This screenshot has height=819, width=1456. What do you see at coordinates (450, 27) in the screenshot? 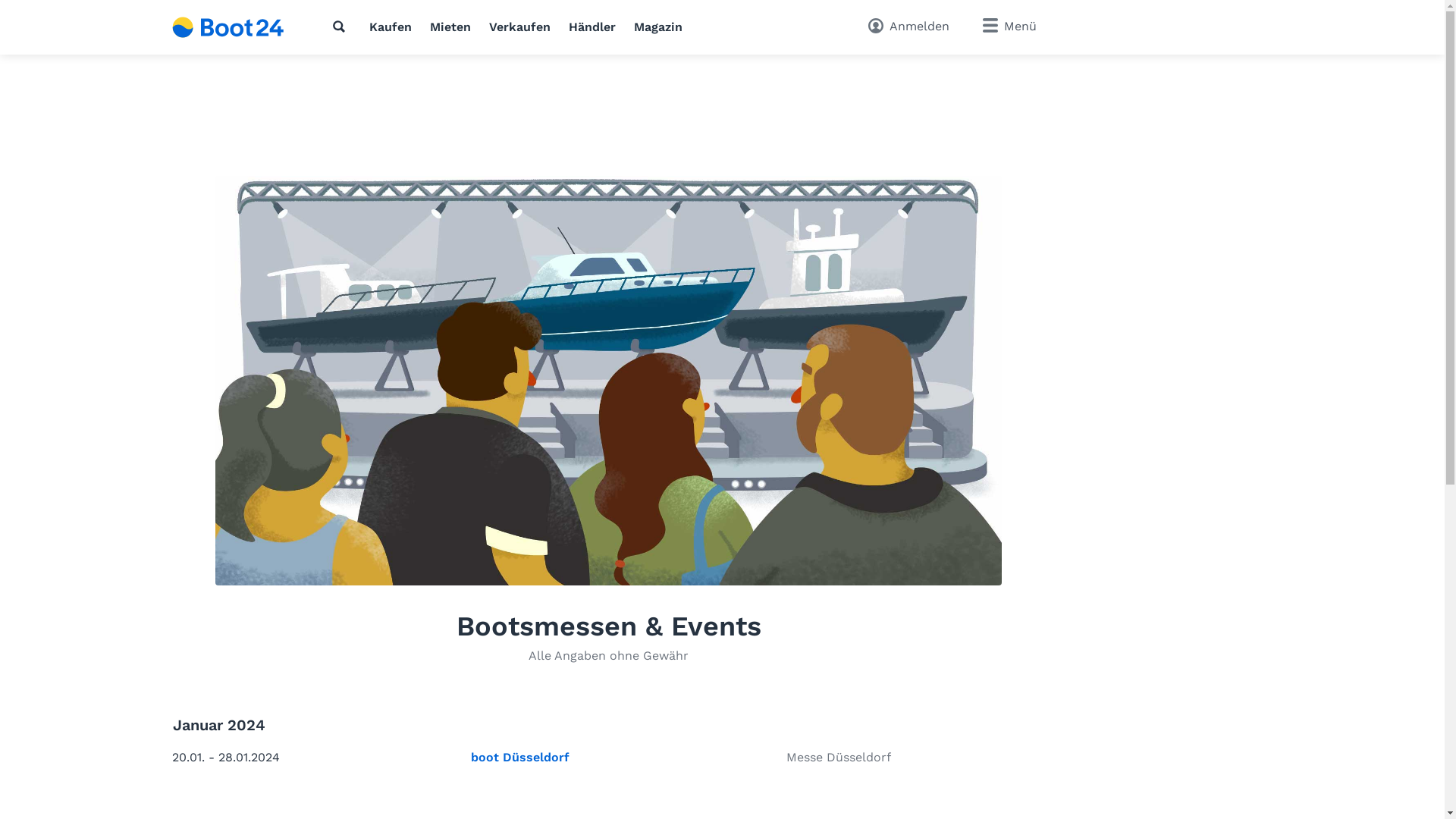
I see `'Mieten'` at bounding box center [450, 27].